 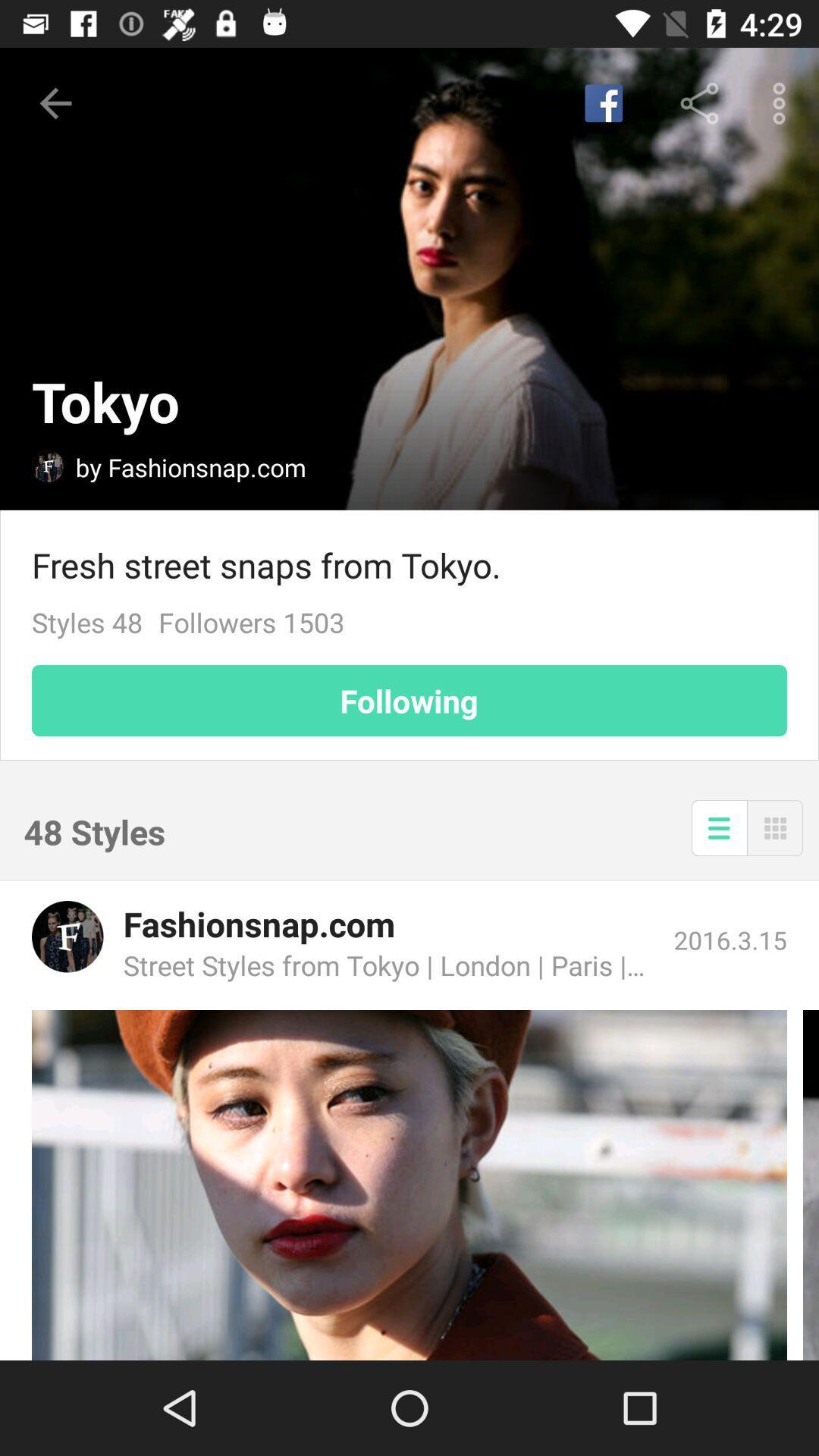 What do you see at coordinates (409, 700) in the screenshot?
I see `icon below styles 48 item` at bounding box center [409, 700].